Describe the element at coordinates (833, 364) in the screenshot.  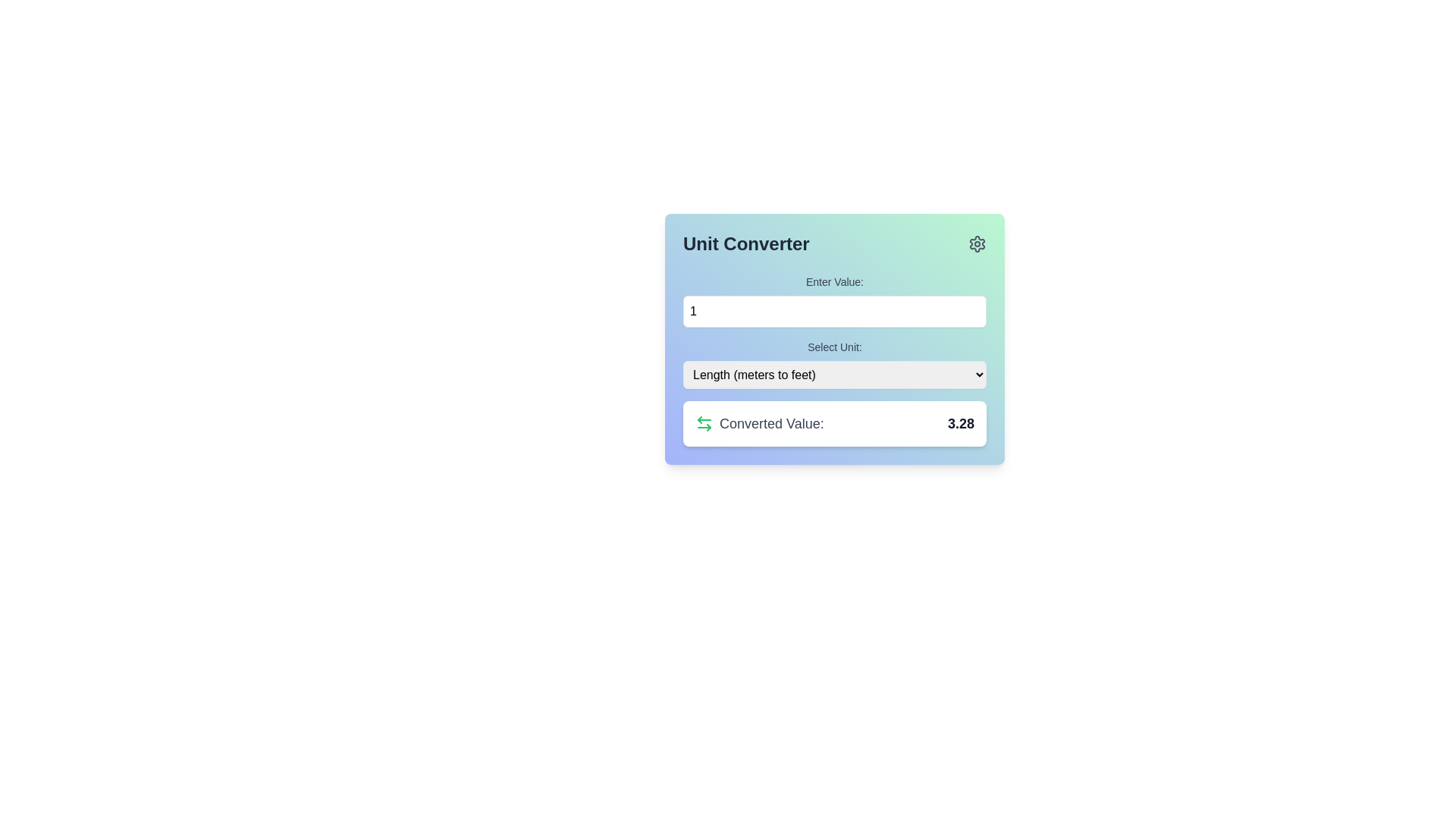
I see `the dropdown menu labeled 'Select Unit:'` at that location.